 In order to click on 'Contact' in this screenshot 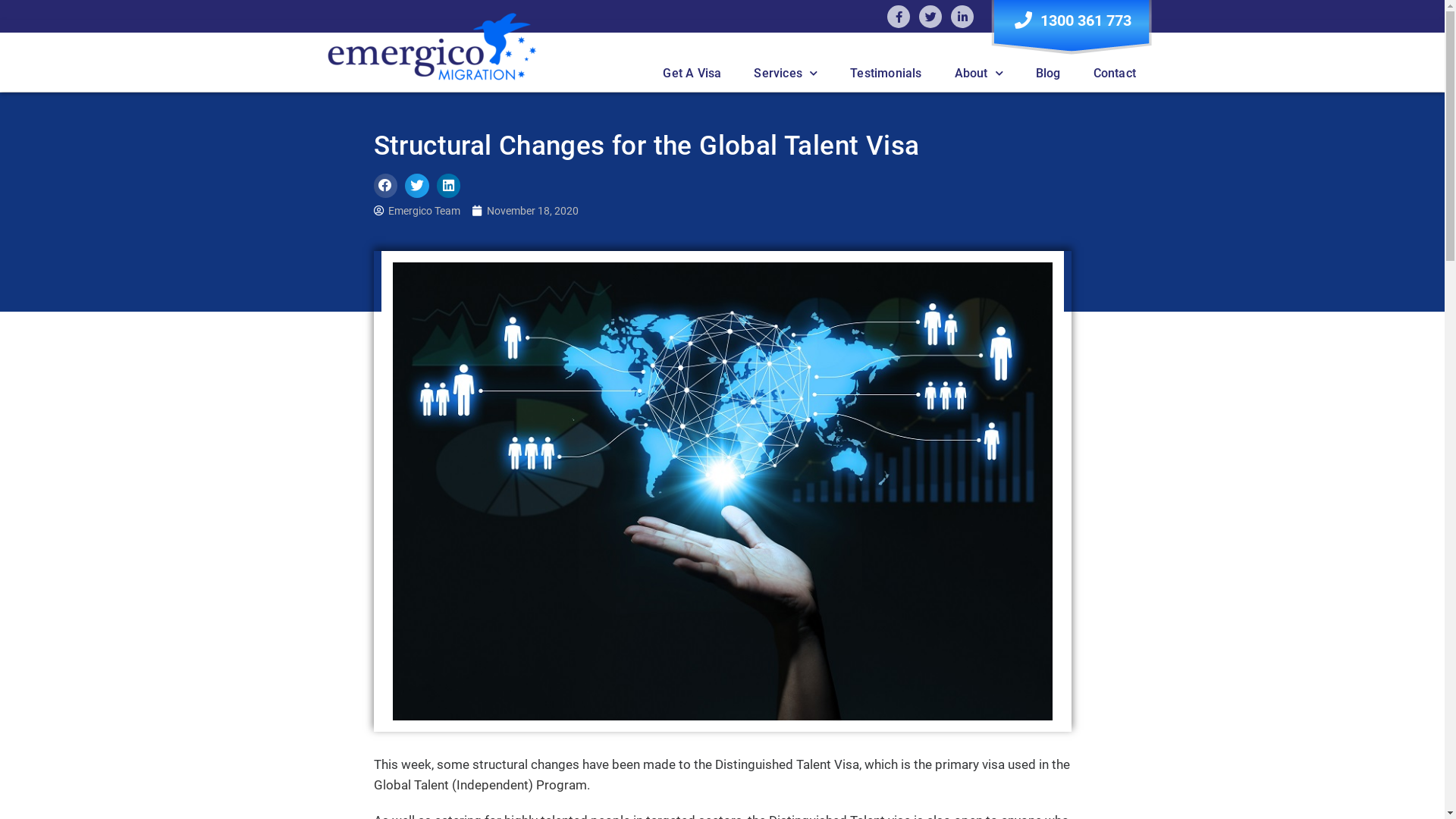, I will do `click(1114, 73)`.